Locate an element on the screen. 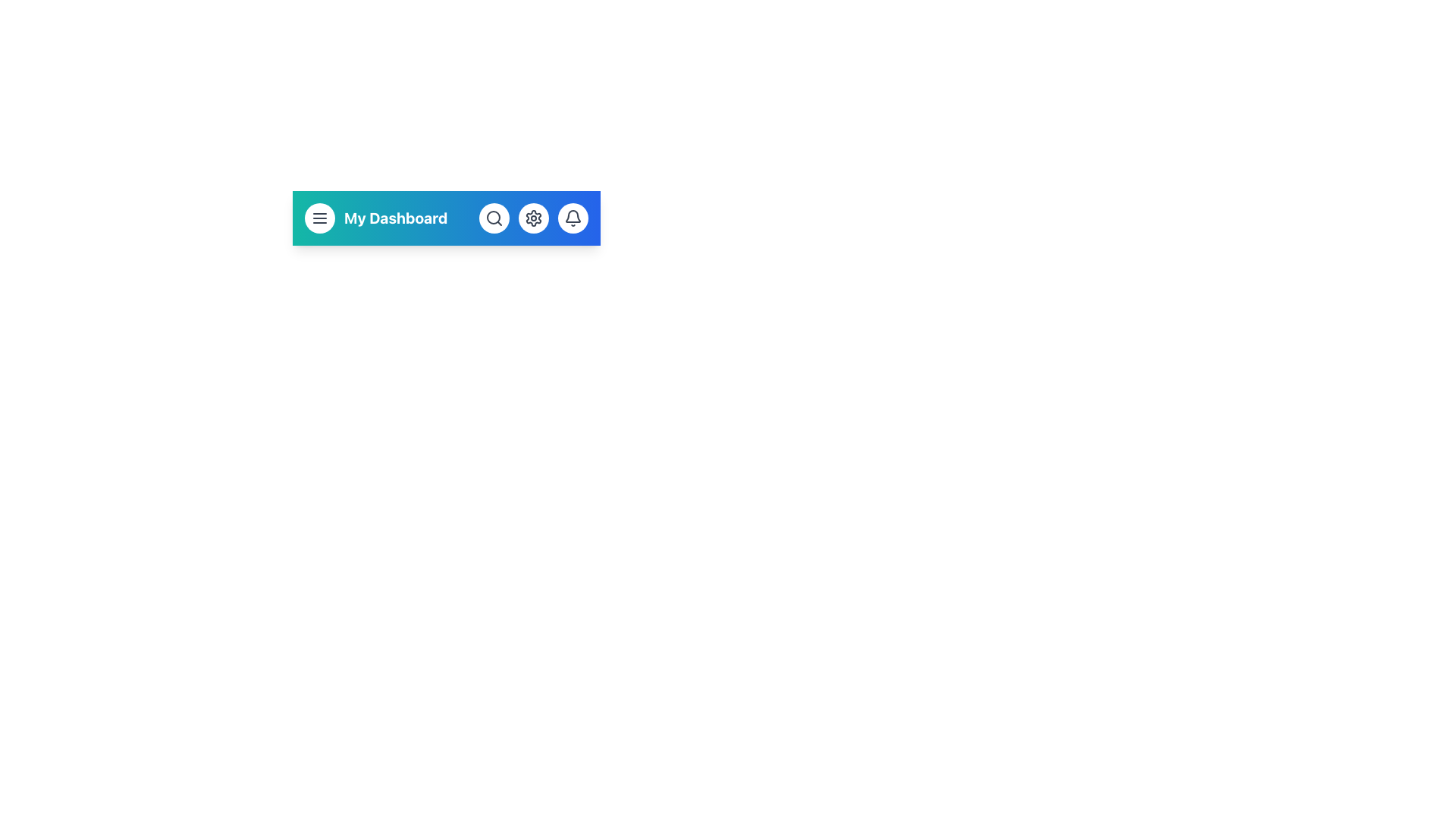  the menu icon, which consists of three horizontal lines stacked vertically, located on the far left of the navigation bar is located at coordinates (319, 218).